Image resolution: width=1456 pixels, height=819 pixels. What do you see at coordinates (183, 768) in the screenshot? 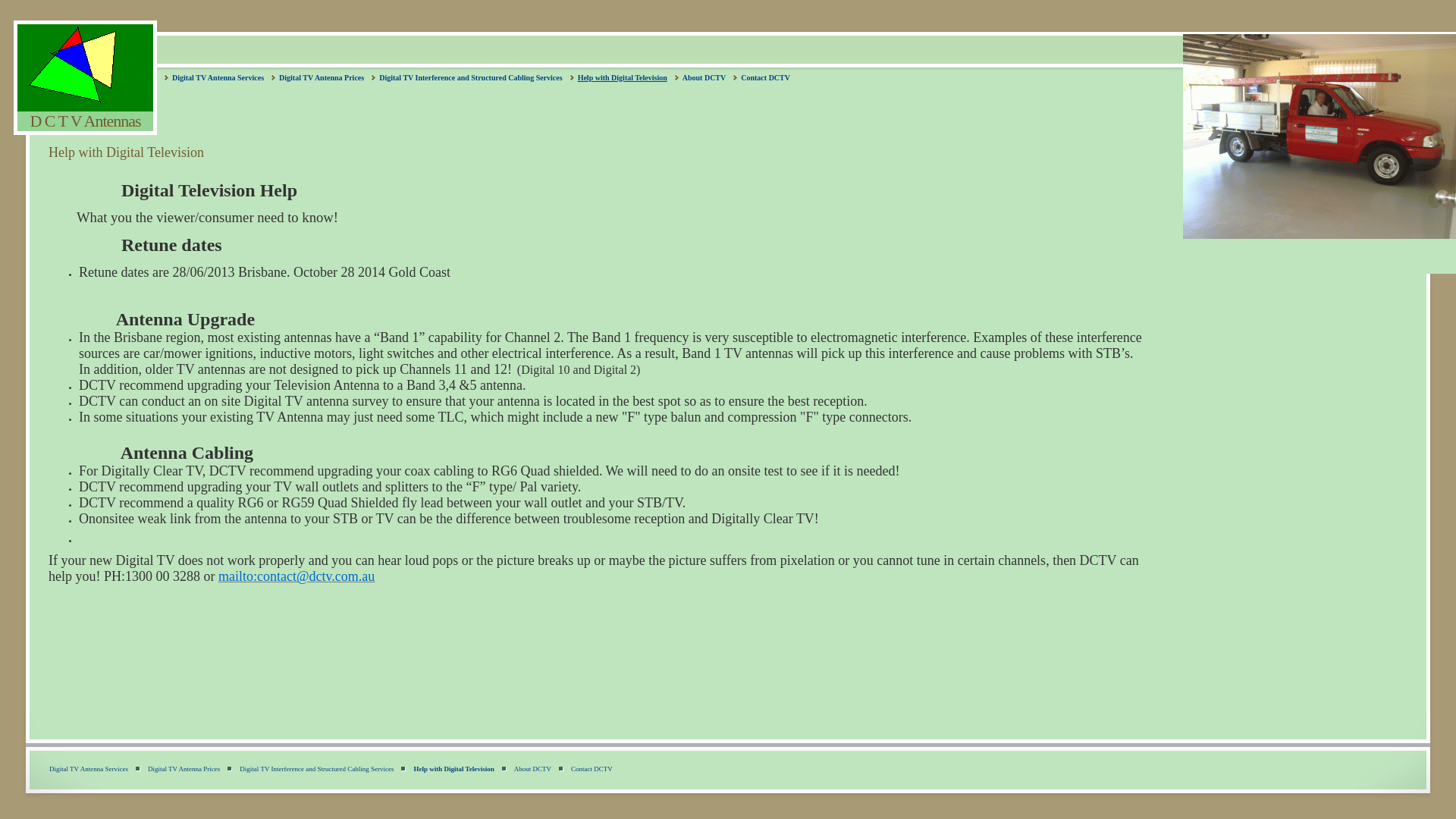
I see `'Digital TV Antenna Prices'` at bounding box center [183, 768].